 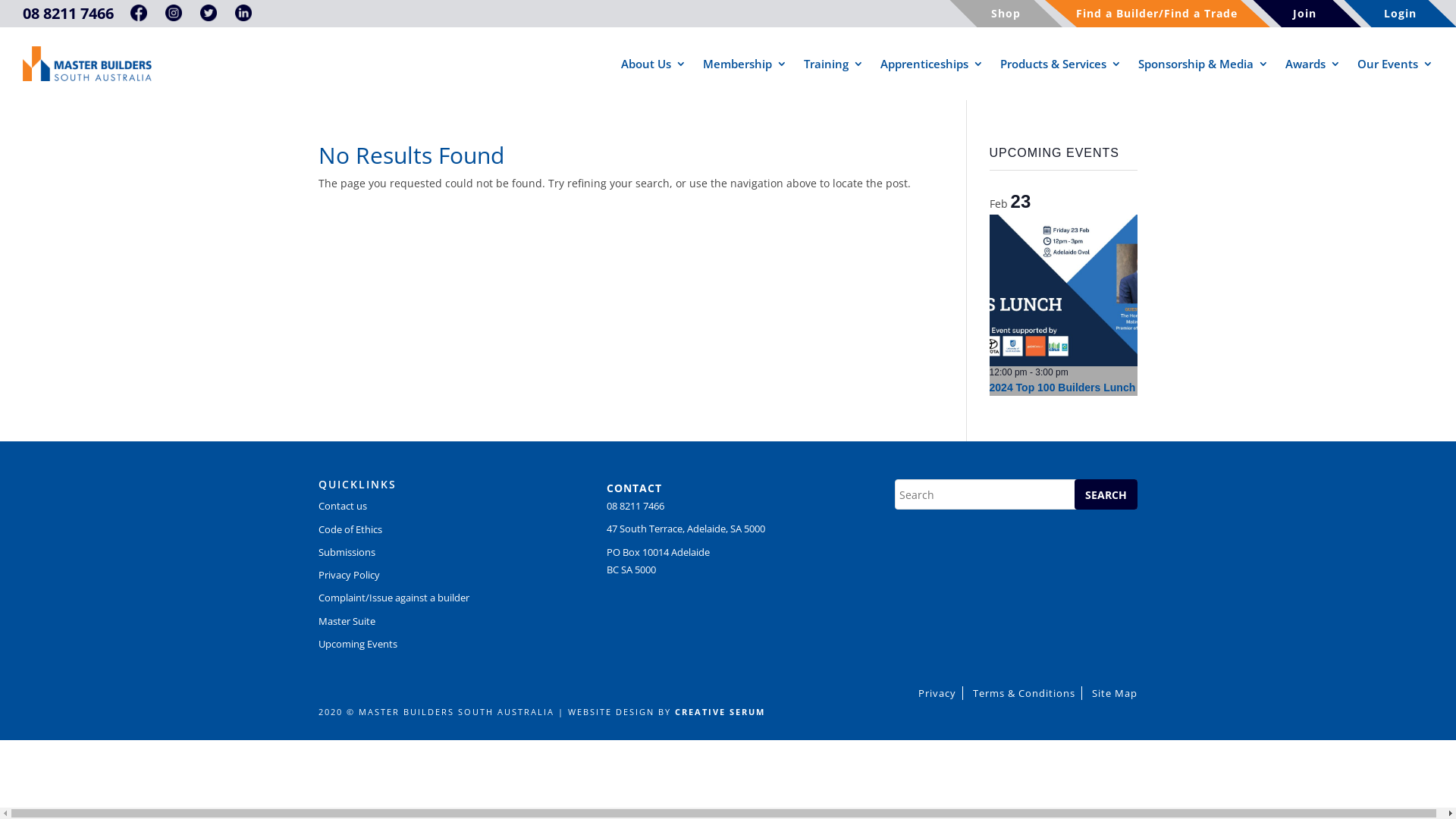 I want to click on 'Contact us', so click(x=341, y=506).